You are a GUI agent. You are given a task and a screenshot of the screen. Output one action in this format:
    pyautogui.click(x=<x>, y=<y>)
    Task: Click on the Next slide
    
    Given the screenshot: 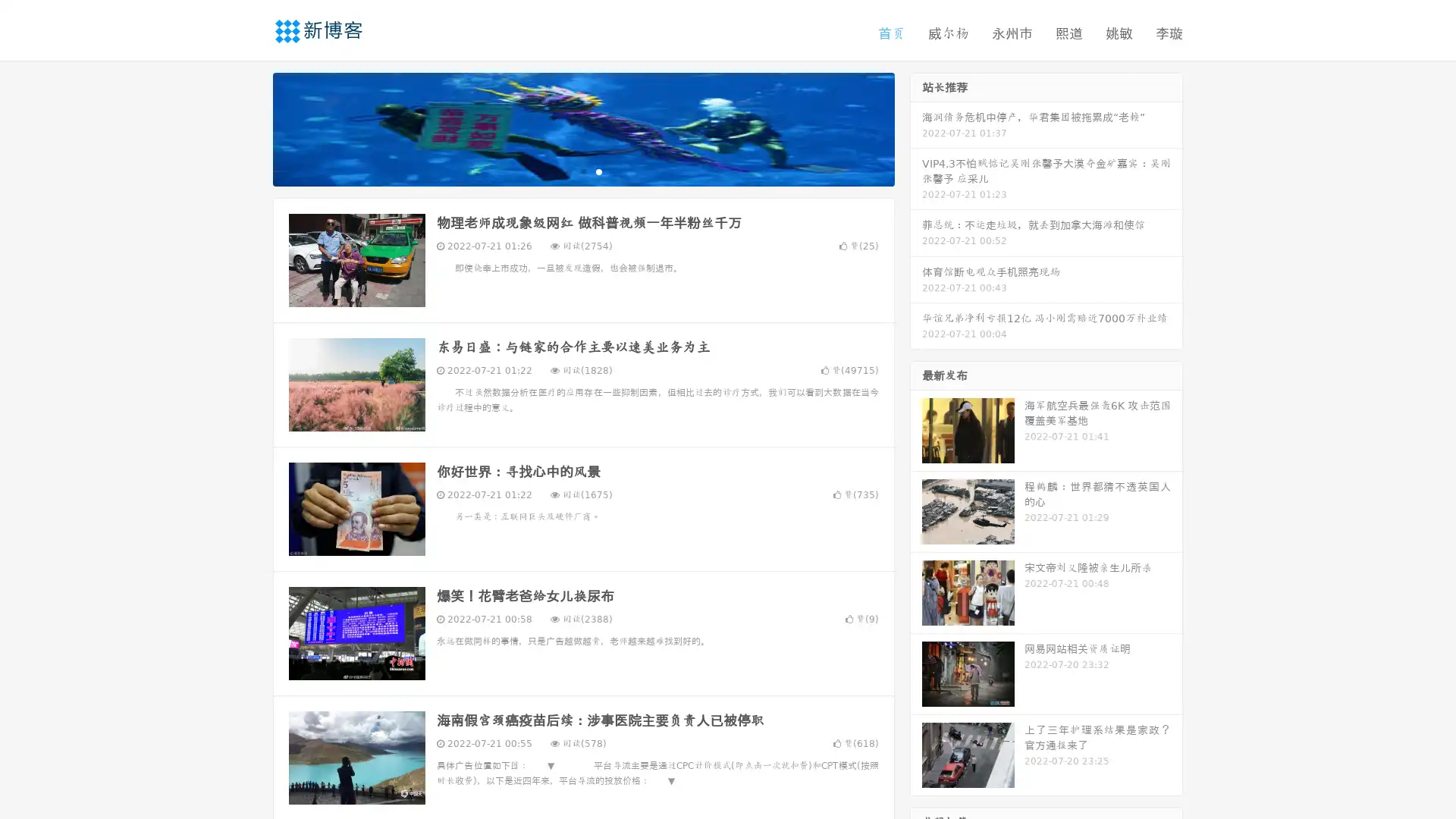 What is the action you would take?
    pyautogui.click(x=916, y=127)
    